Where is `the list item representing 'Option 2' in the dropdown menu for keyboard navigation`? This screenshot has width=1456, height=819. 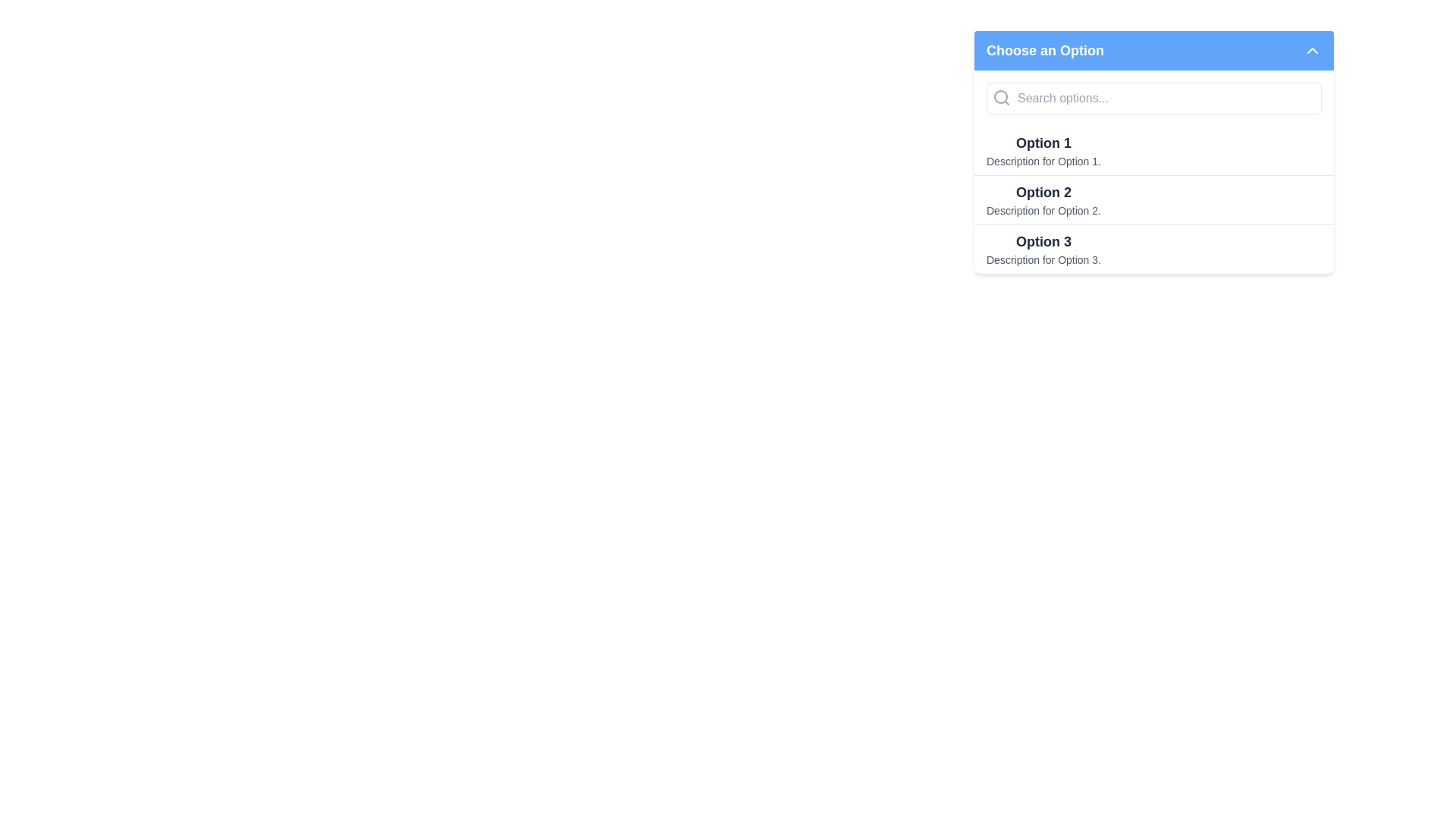
the list item representing 'Option 2' in the dropdown menu for keyboard navigation is located at coordinates (1153, 199).